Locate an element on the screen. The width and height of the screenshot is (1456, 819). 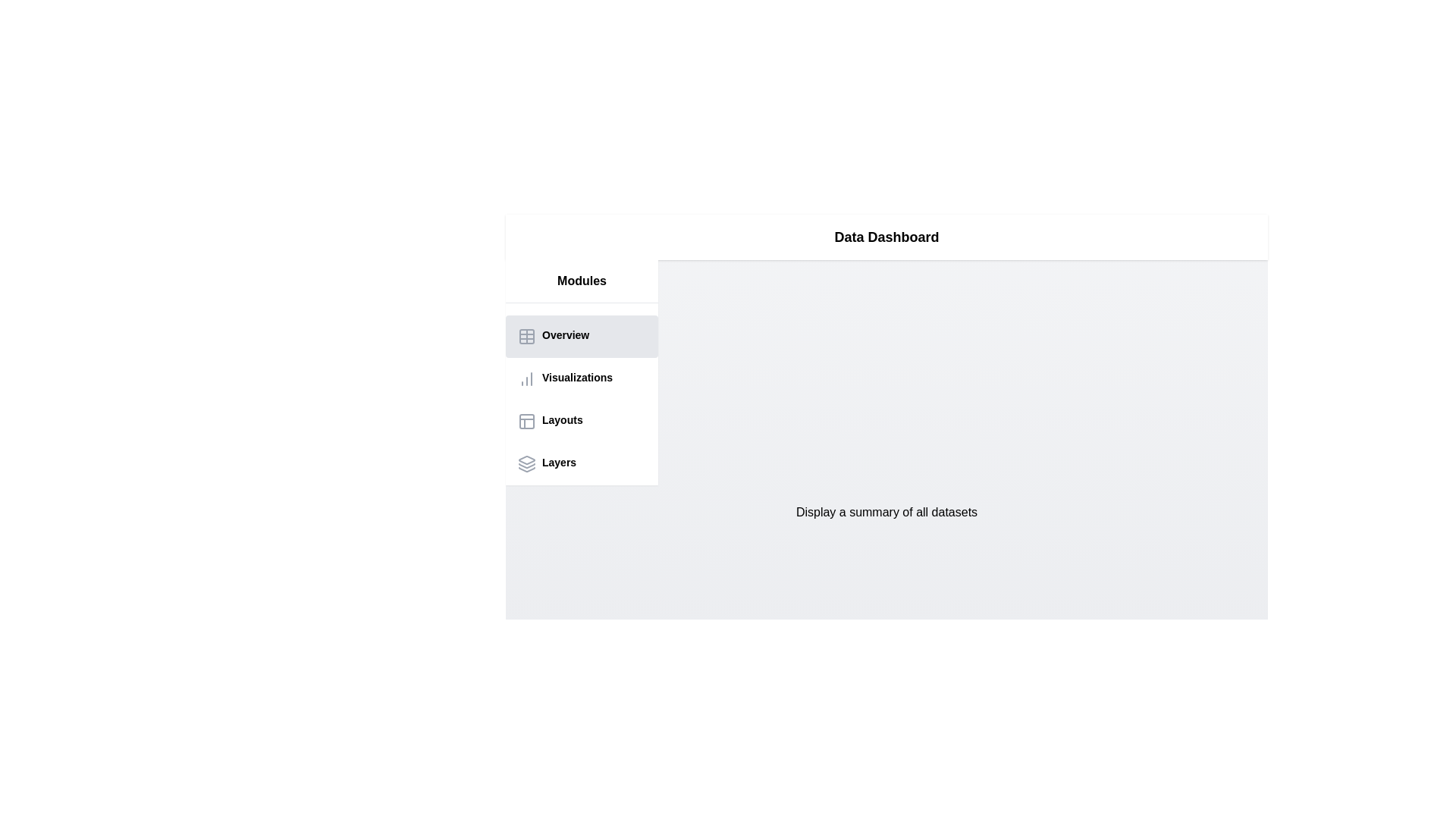
the Visualizations tab in the sidebar is located at coordinates (581, 378).